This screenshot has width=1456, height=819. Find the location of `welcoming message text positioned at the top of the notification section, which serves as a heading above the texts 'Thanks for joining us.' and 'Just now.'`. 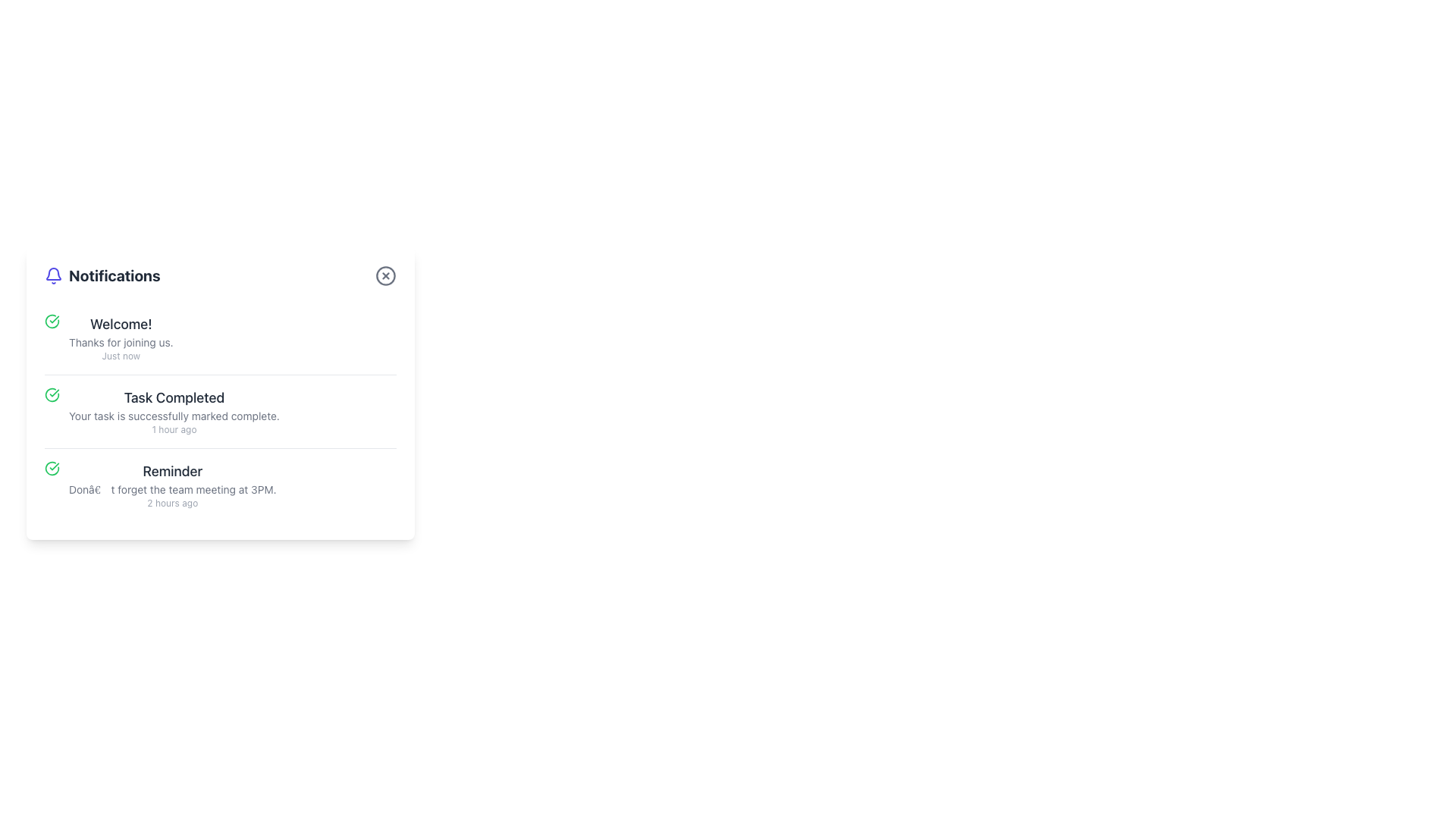

welcoming message text positioned at the top of the notification section, which serves as a heading above the texts 'Thanks for joining us.' and 'Just now.' is located at coordinates (120, 324).